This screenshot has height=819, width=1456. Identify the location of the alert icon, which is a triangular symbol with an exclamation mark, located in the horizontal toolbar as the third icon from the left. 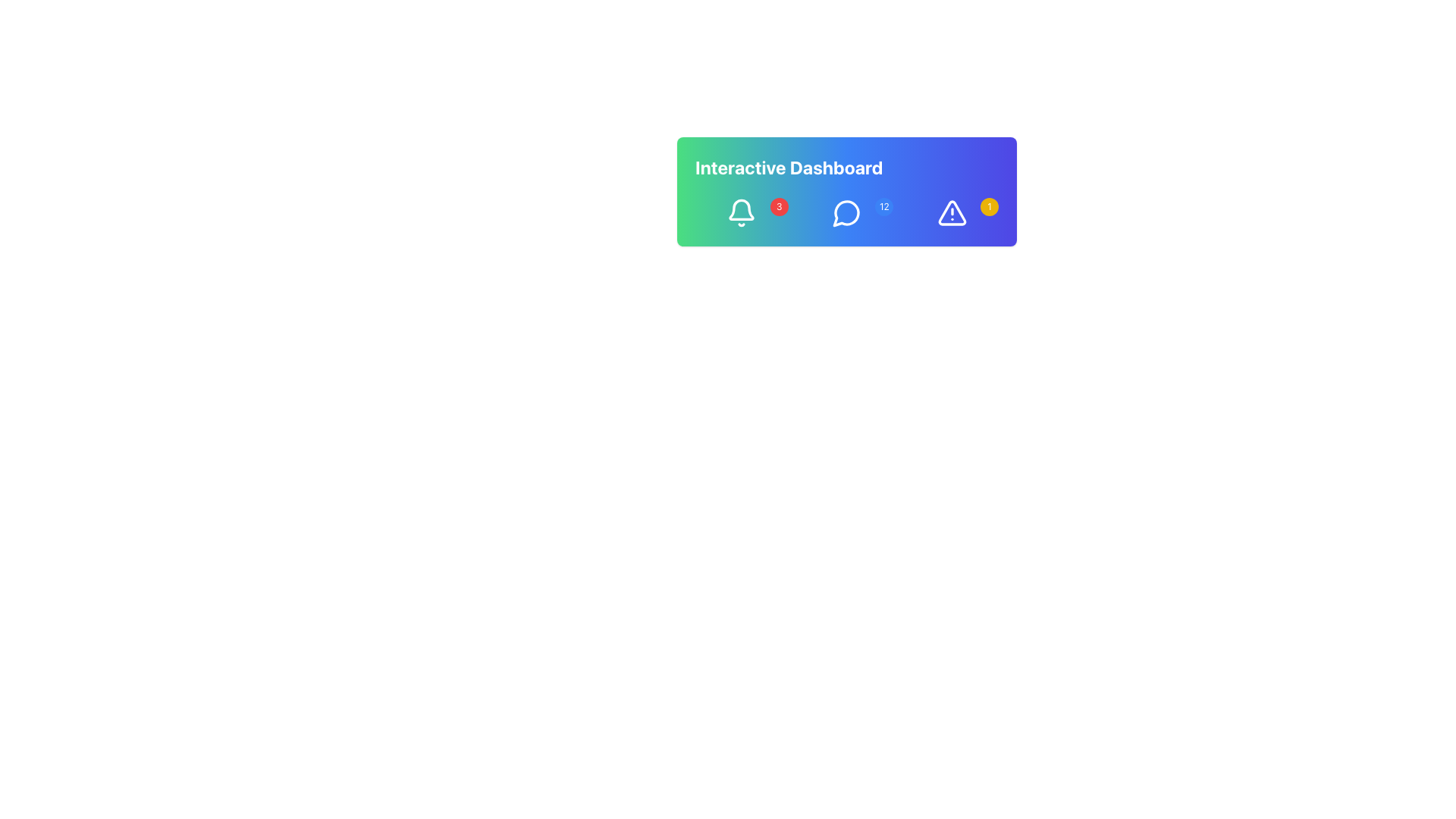
(951, 213).